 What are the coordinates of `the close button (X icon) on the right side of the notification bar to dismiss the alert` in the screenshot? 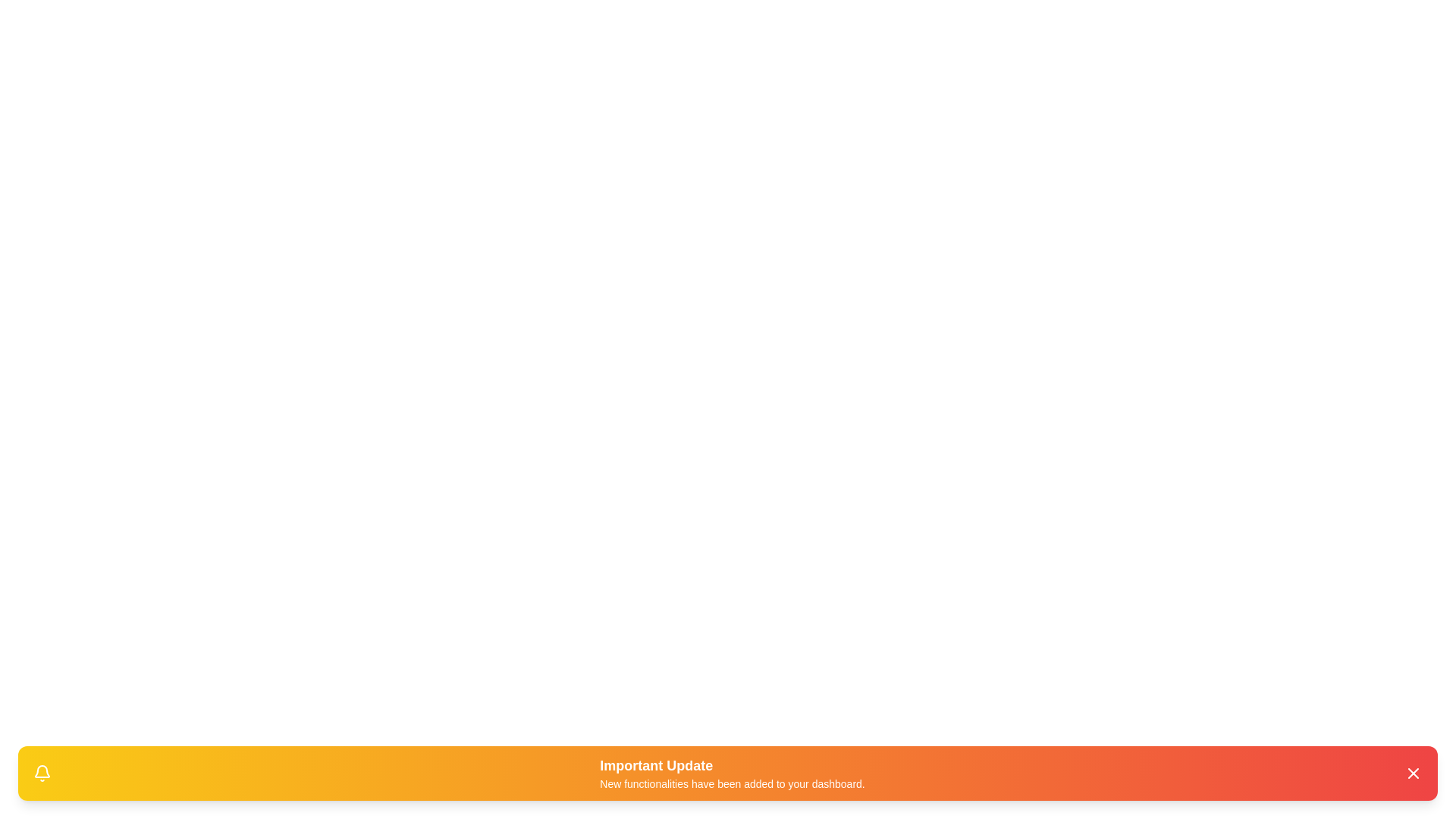 It's located at (1412, 773).